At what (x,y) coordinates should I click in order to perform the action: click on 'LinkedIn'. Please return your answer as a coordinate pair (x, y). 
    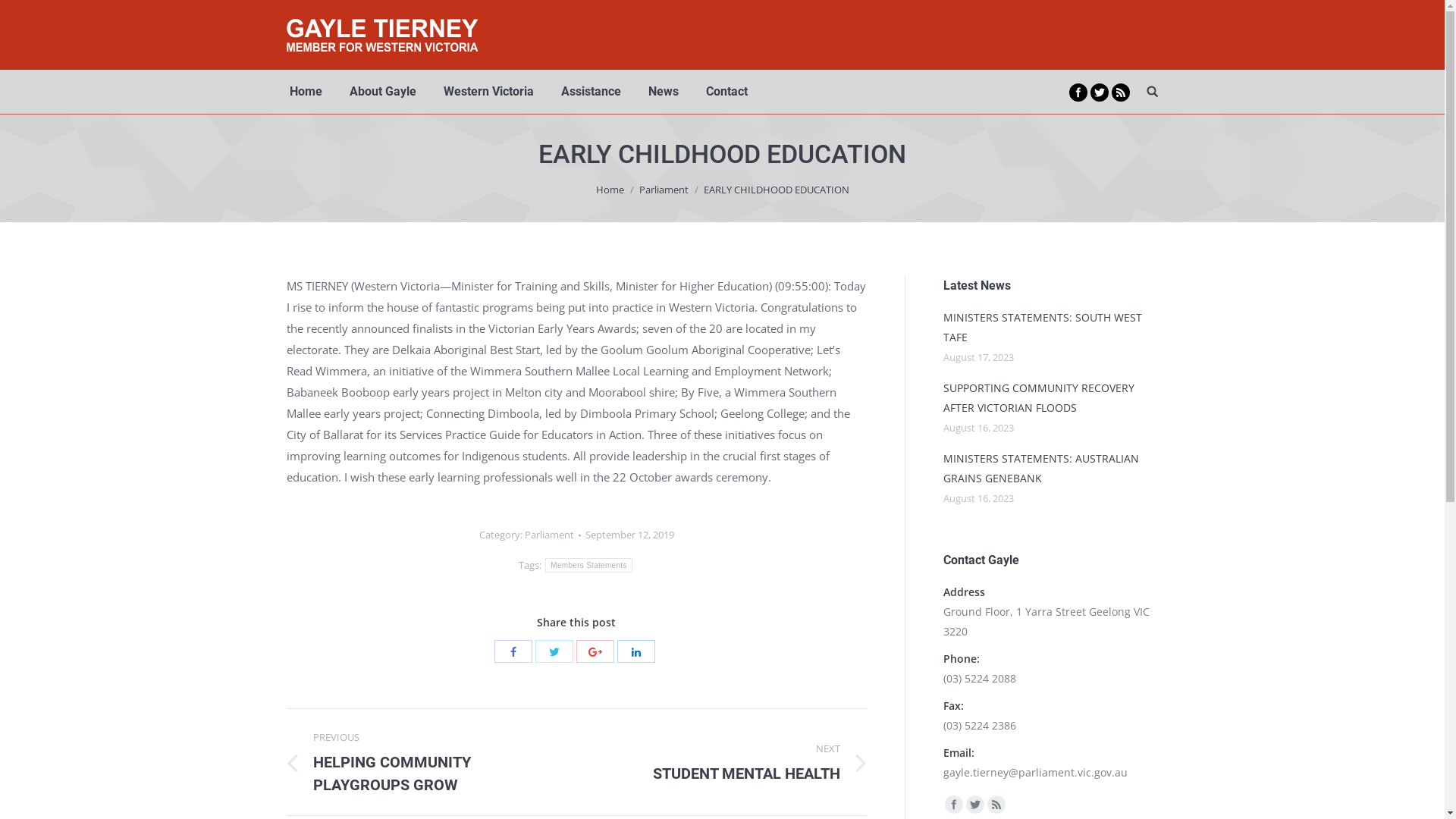
    Looking at the image, I should click on (636, 651).